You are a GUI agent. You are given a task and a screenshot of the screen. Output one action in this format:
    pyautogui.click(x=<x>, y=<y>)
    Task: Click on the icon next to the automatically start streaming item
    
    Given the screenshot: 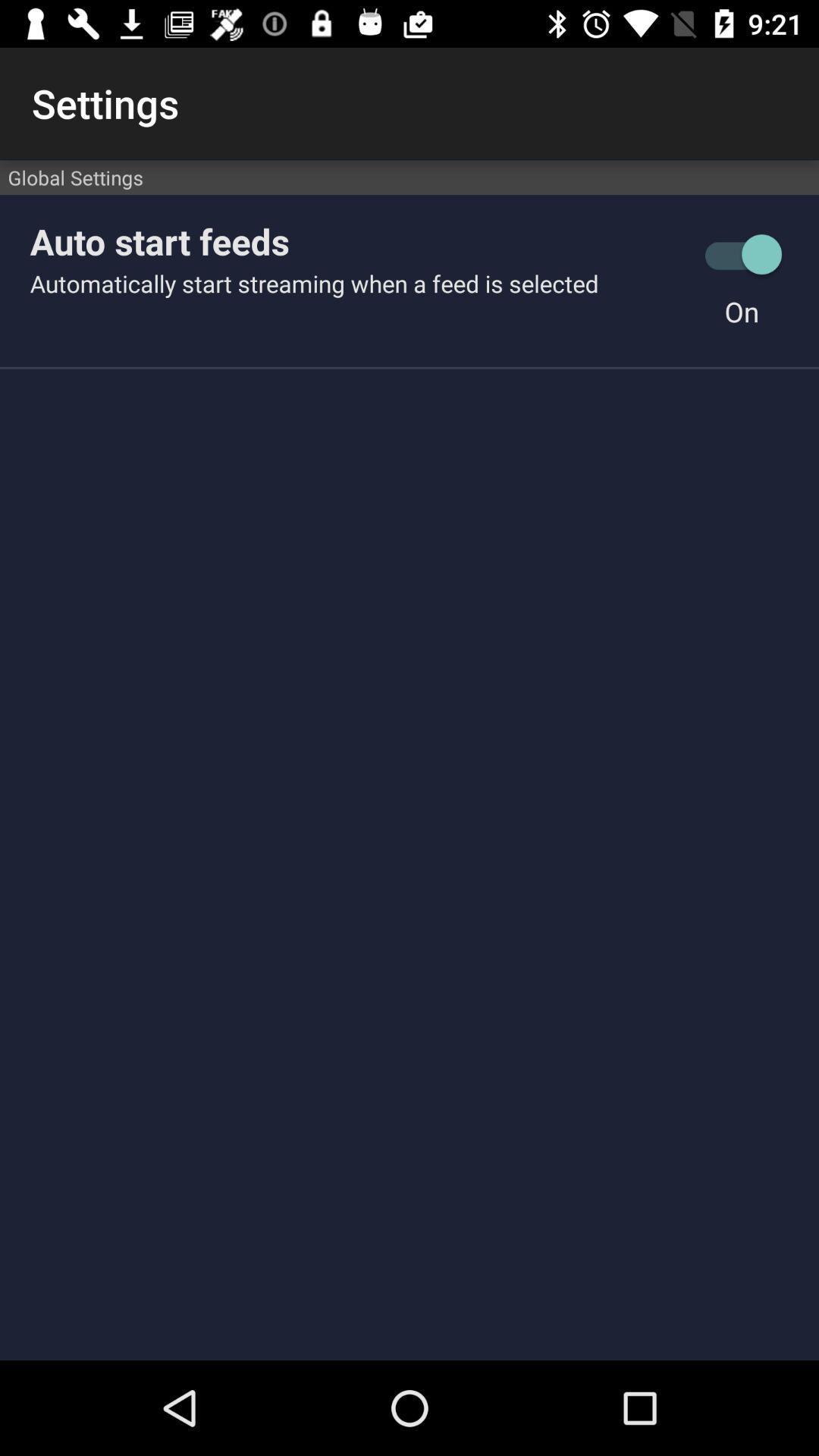 What is the action you would take?
    pyautogui.click(x=741, y=311)
    